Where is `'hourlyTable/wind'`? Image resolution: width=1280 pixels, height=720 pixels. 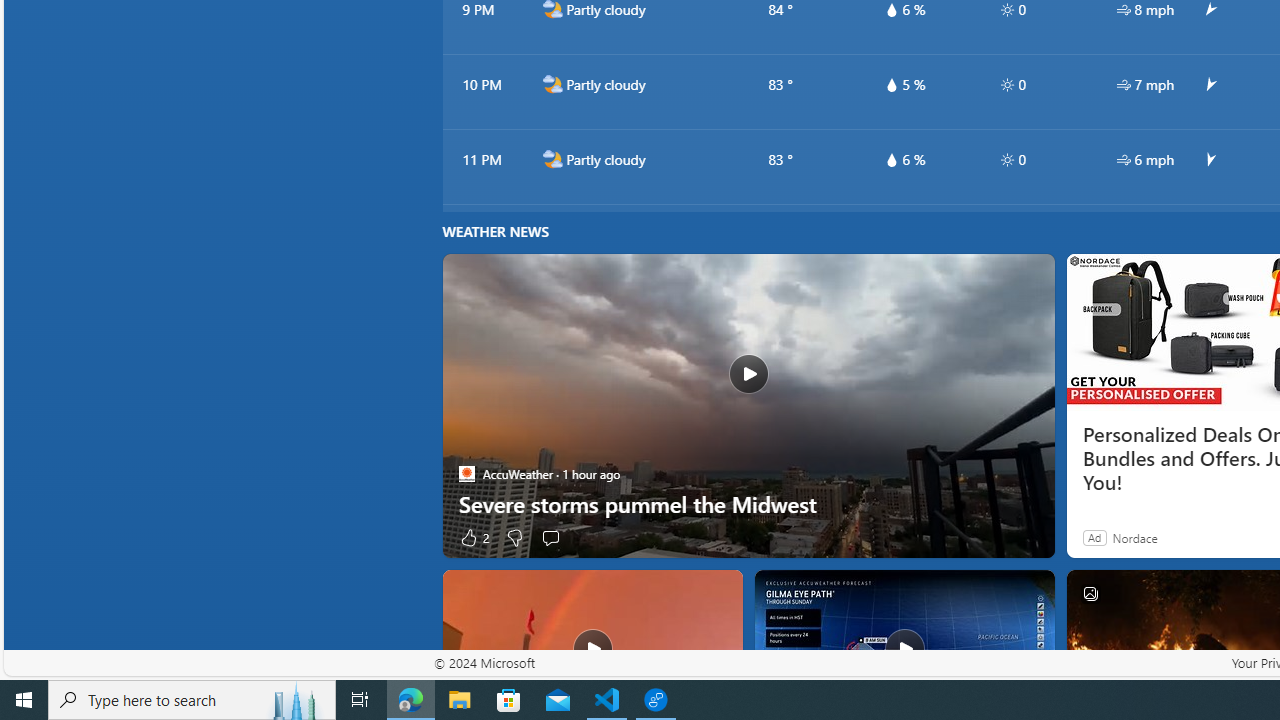
'hourlyTable/wind' is located at coordinates (1123, 158).